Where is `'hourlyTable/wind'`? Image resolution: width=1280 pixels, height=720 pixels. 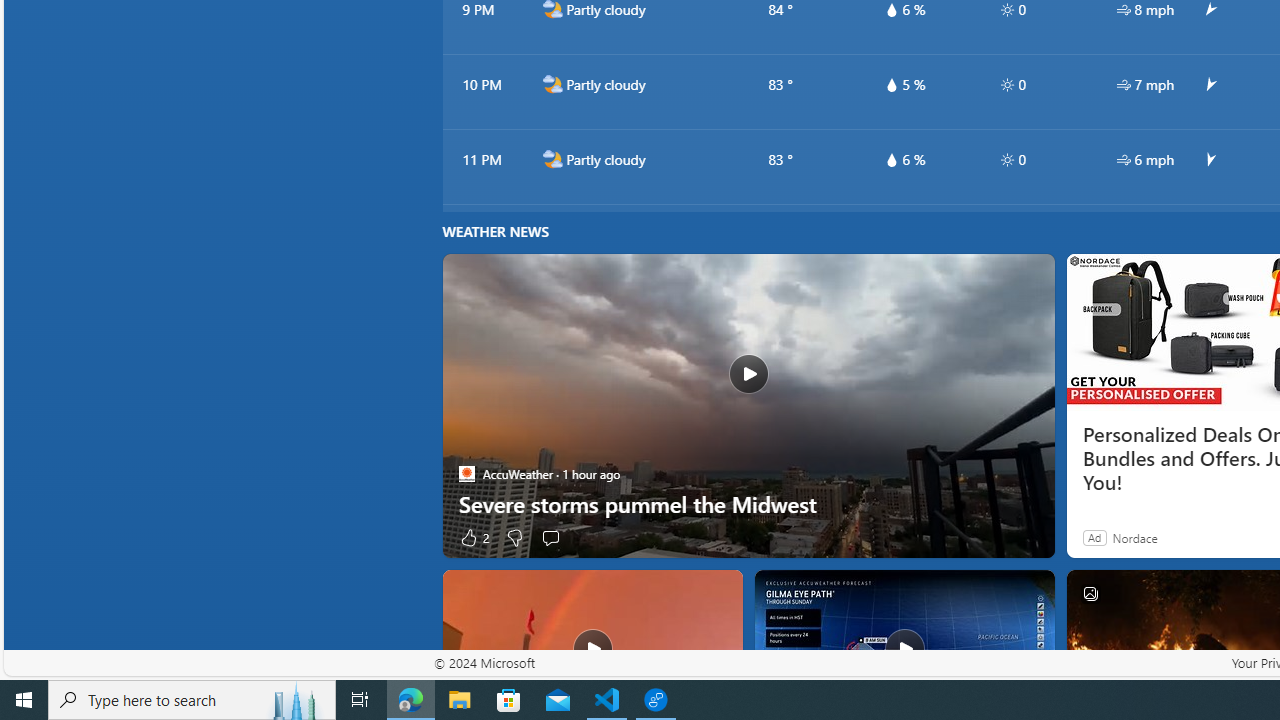
'hourlyTable/wind' is located at coordinates (1123, 158).